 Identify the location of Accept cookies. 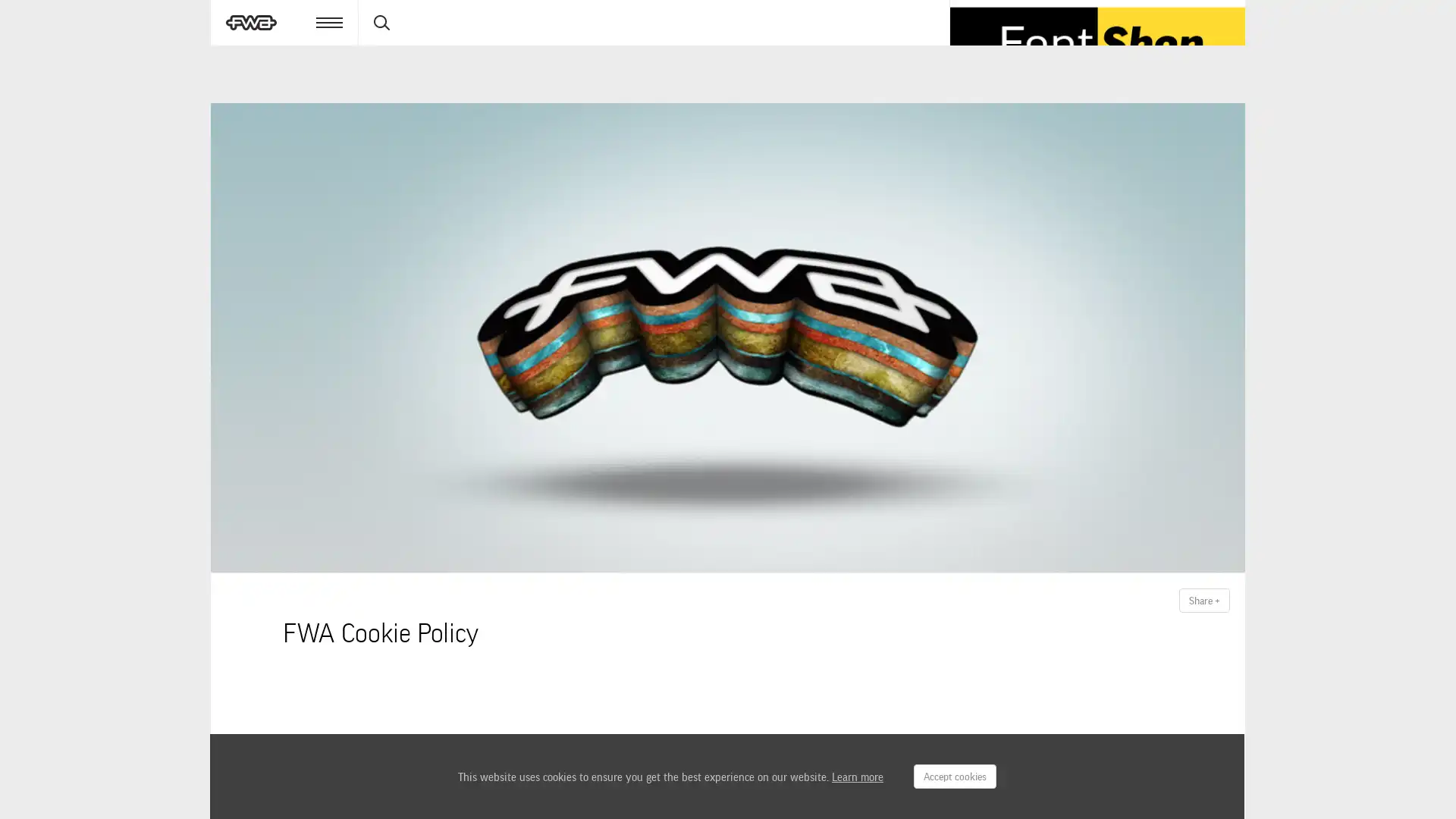
(954, 776).